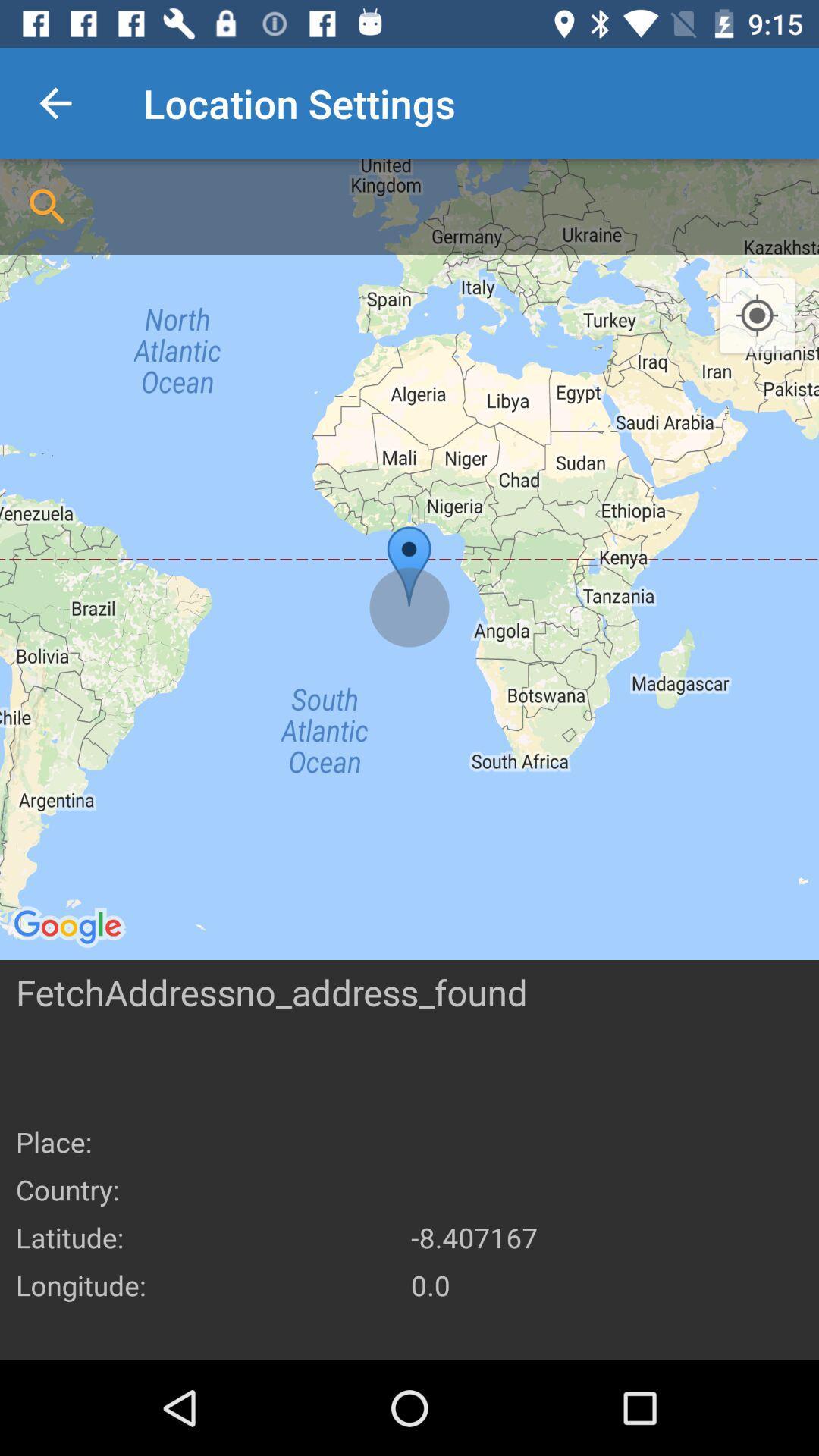 The width and height of the screenshot is (819, 1456). What do you see at coordinates (409, 559) in the screenshot?
I see `the icon above fetchaddressno_address_found item` at bounding box center [409, 559].